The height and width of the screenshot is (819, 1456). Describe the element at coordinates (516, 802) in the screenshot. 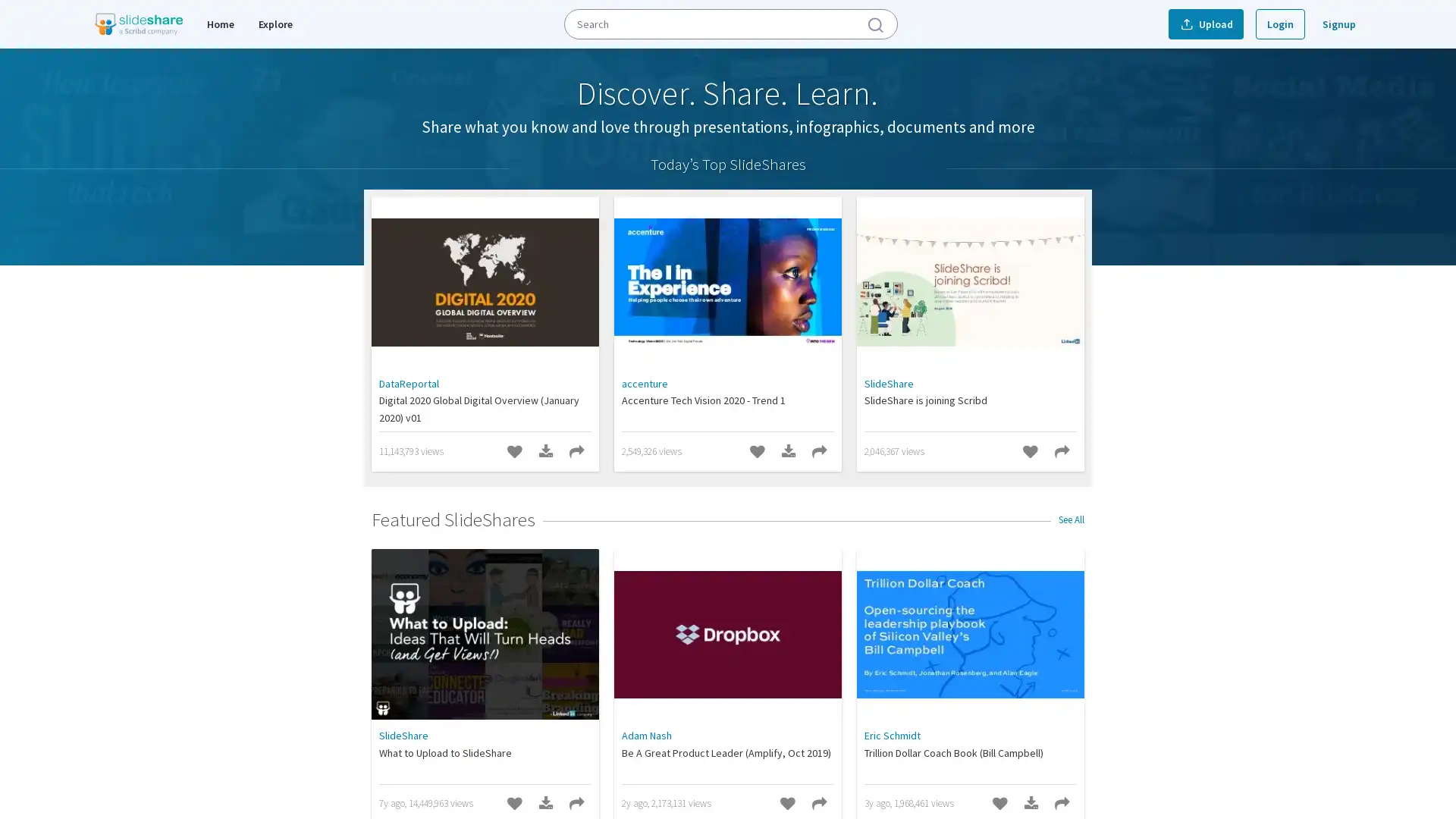

I see `Like What to Upload to SlideShare SlideShare.` at that location.